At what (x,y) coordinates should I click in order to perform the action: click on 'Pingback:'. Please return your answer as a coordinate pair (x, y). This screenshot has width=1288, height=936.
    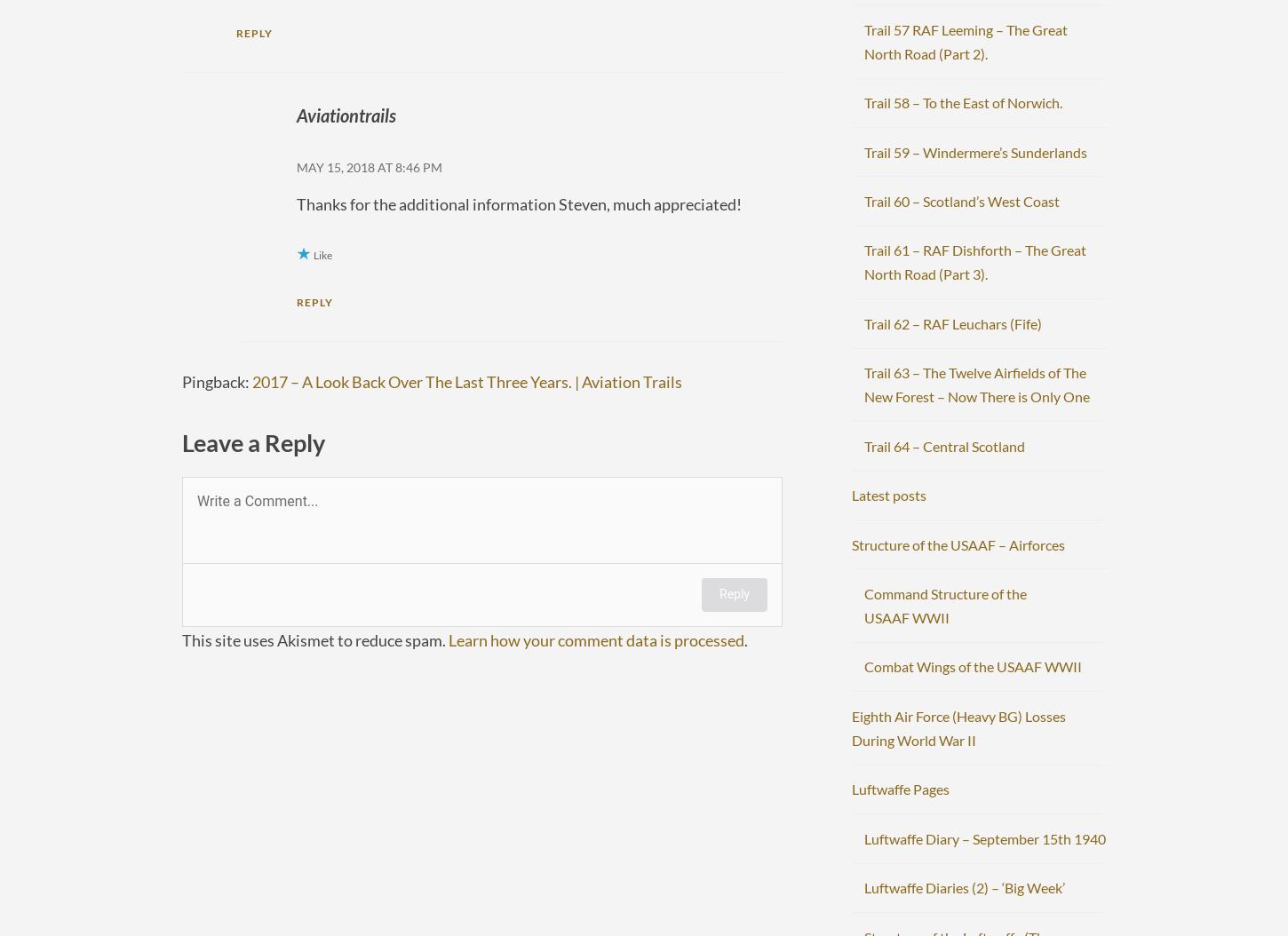
    Looking at the image, I should click on (217, 382).